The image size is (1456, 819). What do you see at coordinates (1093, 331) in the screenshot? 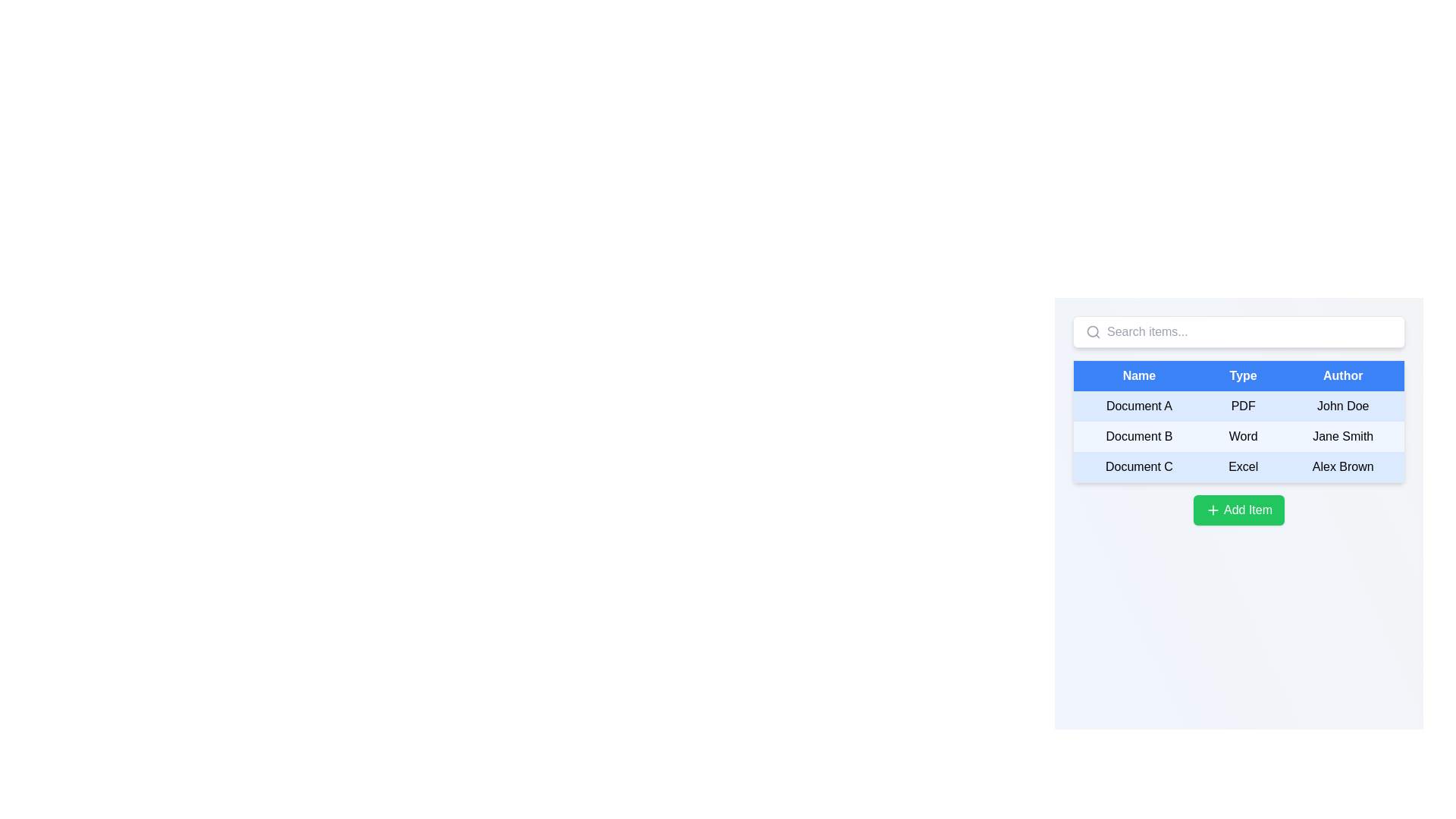
I see `the search icon located at the leftmost position within the search bar` at bounding box center [1093, 331].